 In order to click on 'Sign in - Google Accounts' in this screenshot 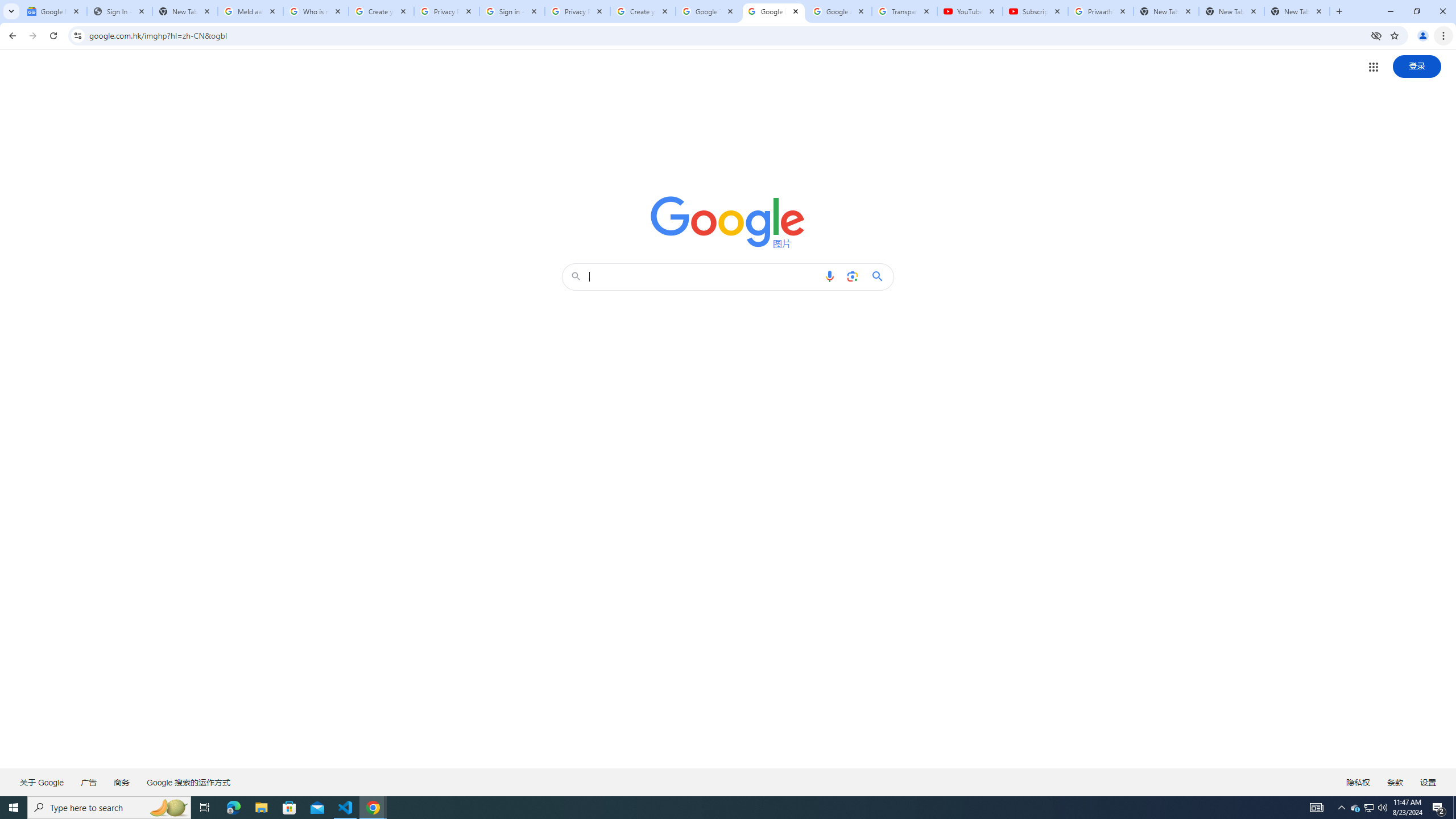, I will do `click(512, 11)`.